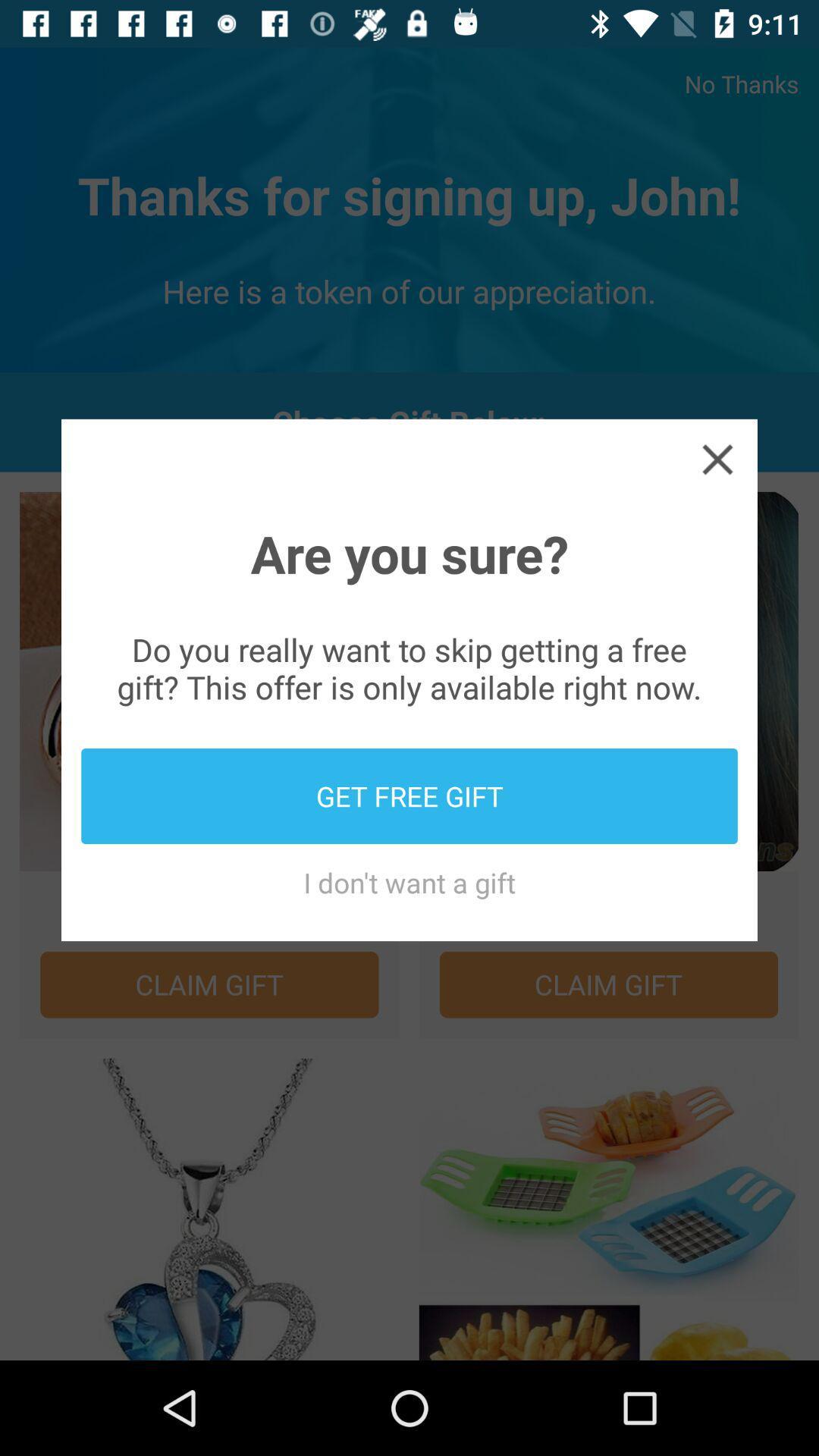 The image size is (819, 1456). What do you see at coordinates (717, 458) in the screenshot?
I see `the close icon` at bounding box center [717, 458].